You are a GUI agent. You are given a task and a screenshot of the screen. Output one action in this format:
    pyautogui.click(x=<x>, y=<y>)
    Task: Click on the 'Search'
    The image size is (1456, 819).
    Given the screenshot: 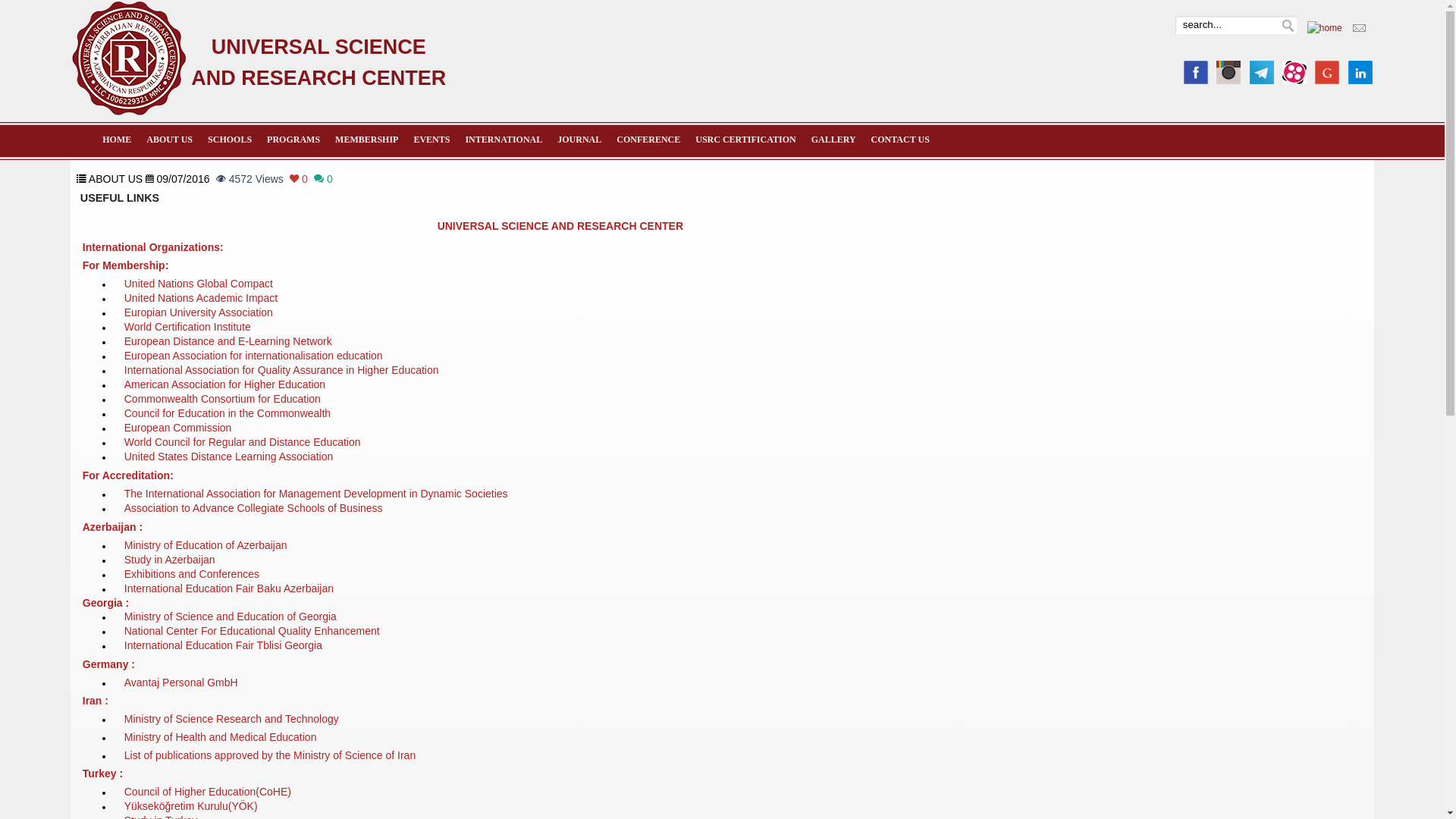 What is the action you would take?
    pyautogui.click(x=1287, y=26)
    